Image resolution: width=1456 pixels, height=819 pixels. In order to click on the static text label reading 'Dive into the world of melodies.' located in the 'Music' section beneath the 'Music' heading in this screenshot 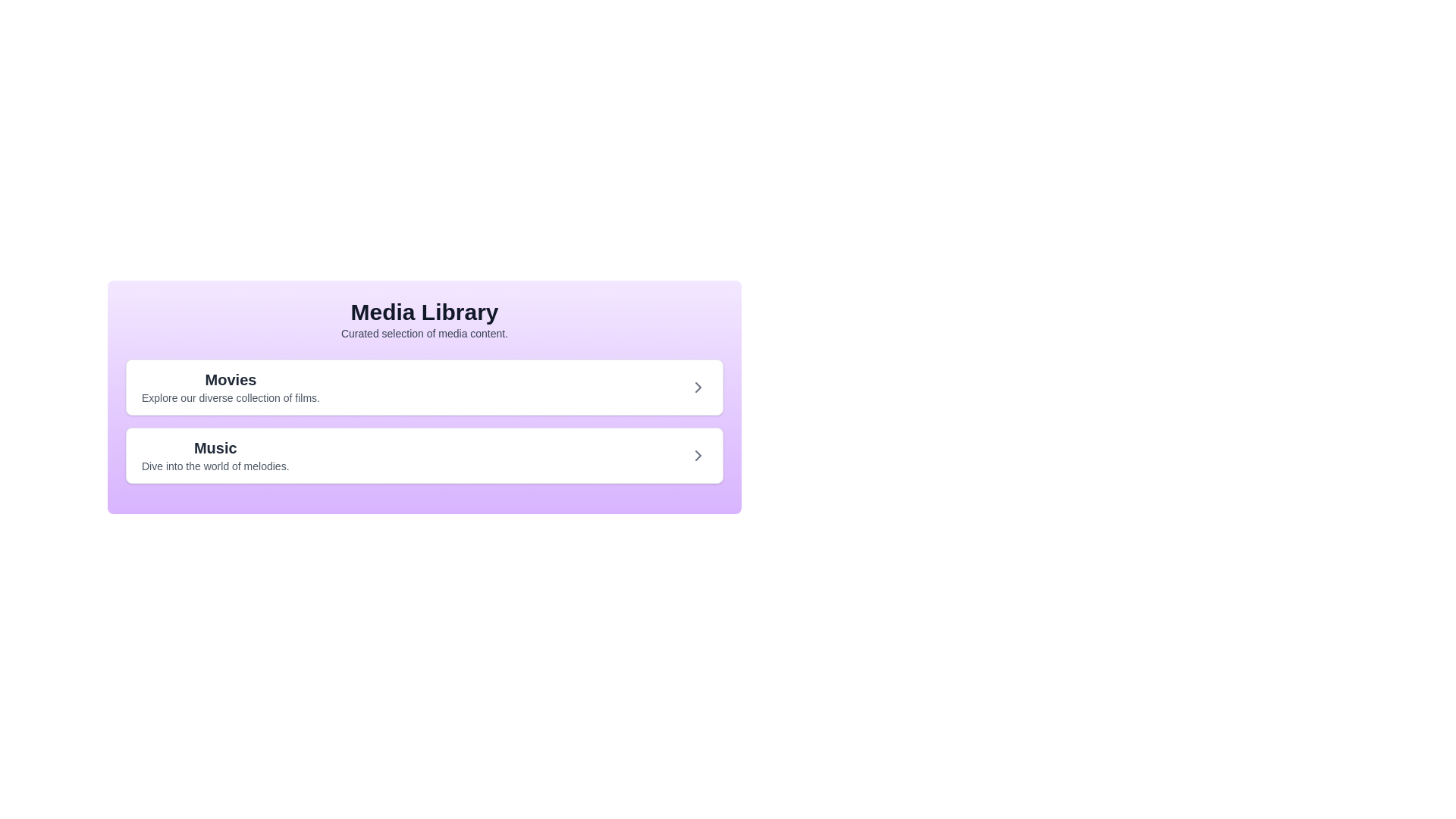, I will do `click(215, 465)`.